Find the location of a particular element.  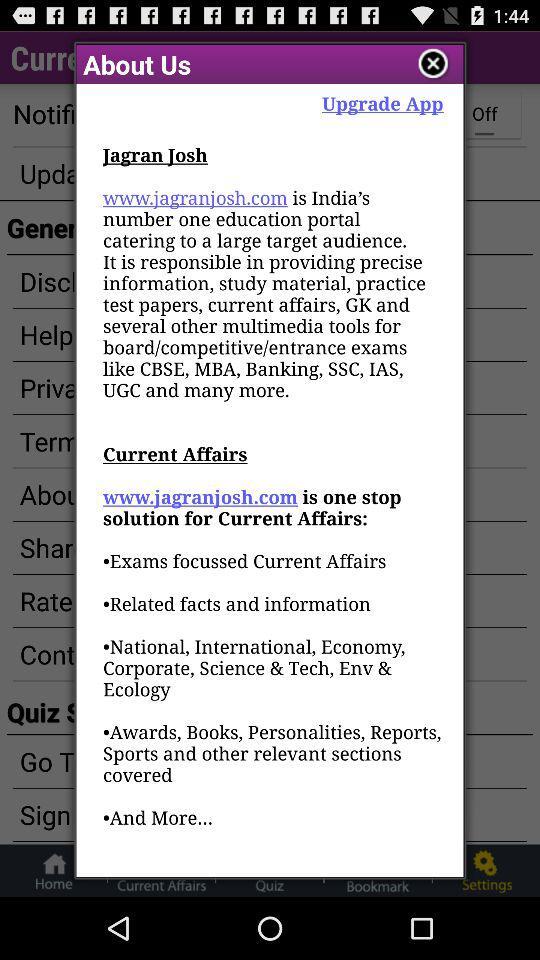

the item to the right of the about us app is located at coordinates (432, 64).